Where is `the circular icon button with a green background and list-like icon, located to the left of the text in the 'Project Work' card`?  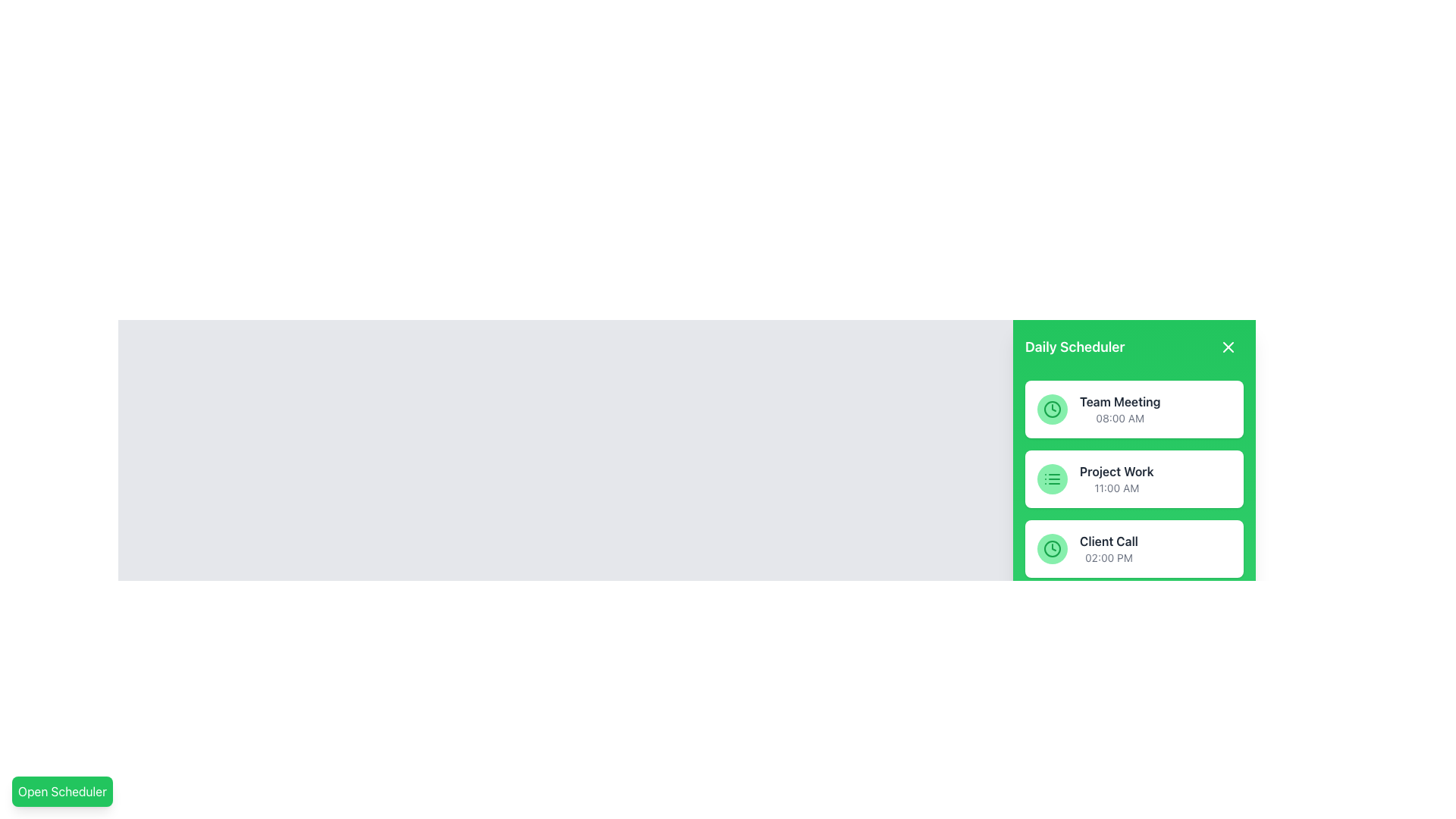
the circular icon button with a green background and list-like icon, located to the left of the text in the 'Project Work' card is located at coordinates (1051, 479).